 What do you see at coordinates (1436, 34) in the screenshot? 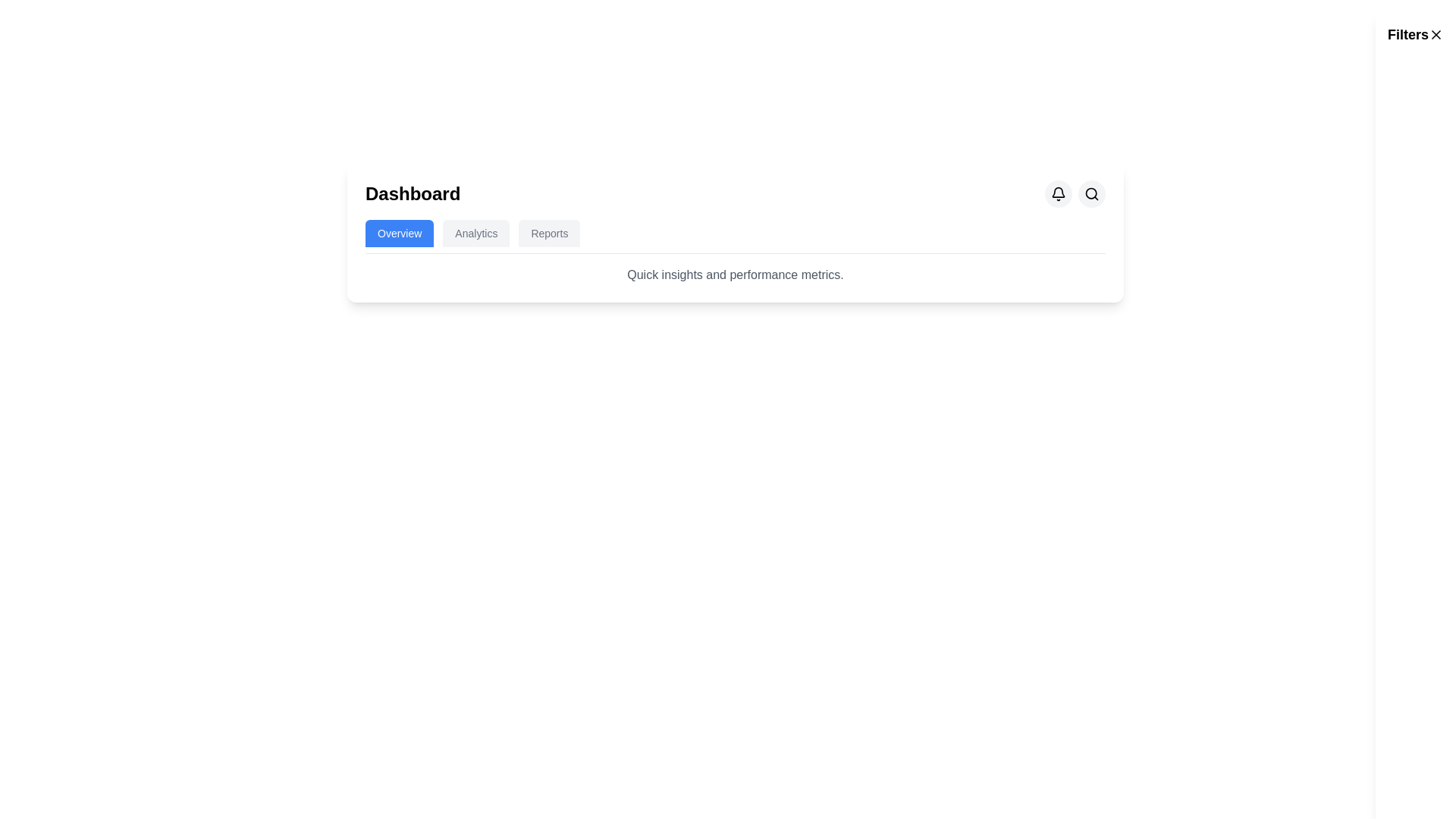
I see `the circular close button with an 'X' shape, located to the right of the 'Filters' text in the header section` at bounding box center [1436, 34].